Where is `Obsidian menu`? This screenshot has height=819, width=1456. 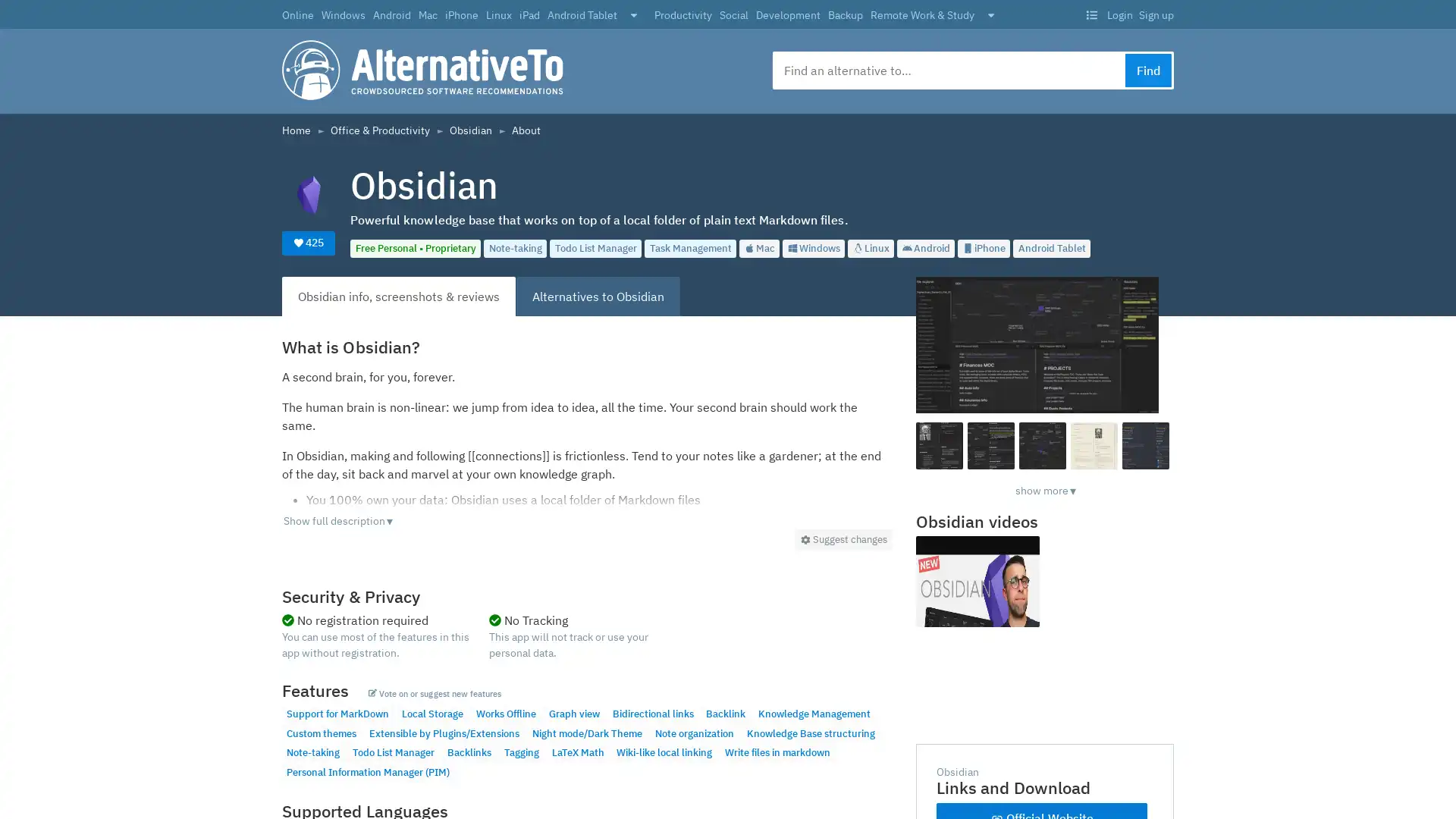 Obsidian menu is located at coordinates (843, 538).